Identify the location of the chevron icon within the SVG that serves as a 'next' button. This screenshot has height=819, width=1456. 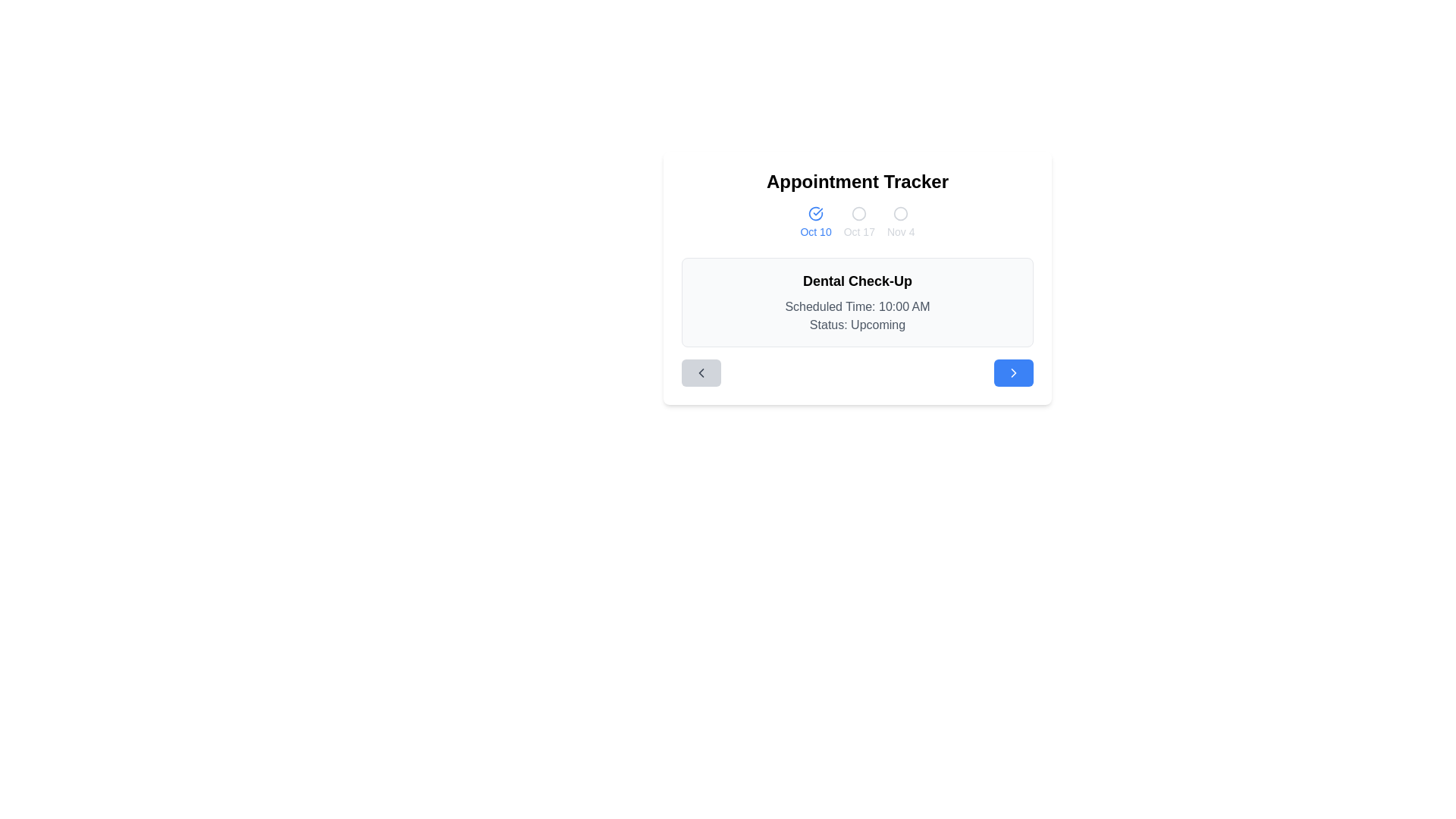
(1014, 373).